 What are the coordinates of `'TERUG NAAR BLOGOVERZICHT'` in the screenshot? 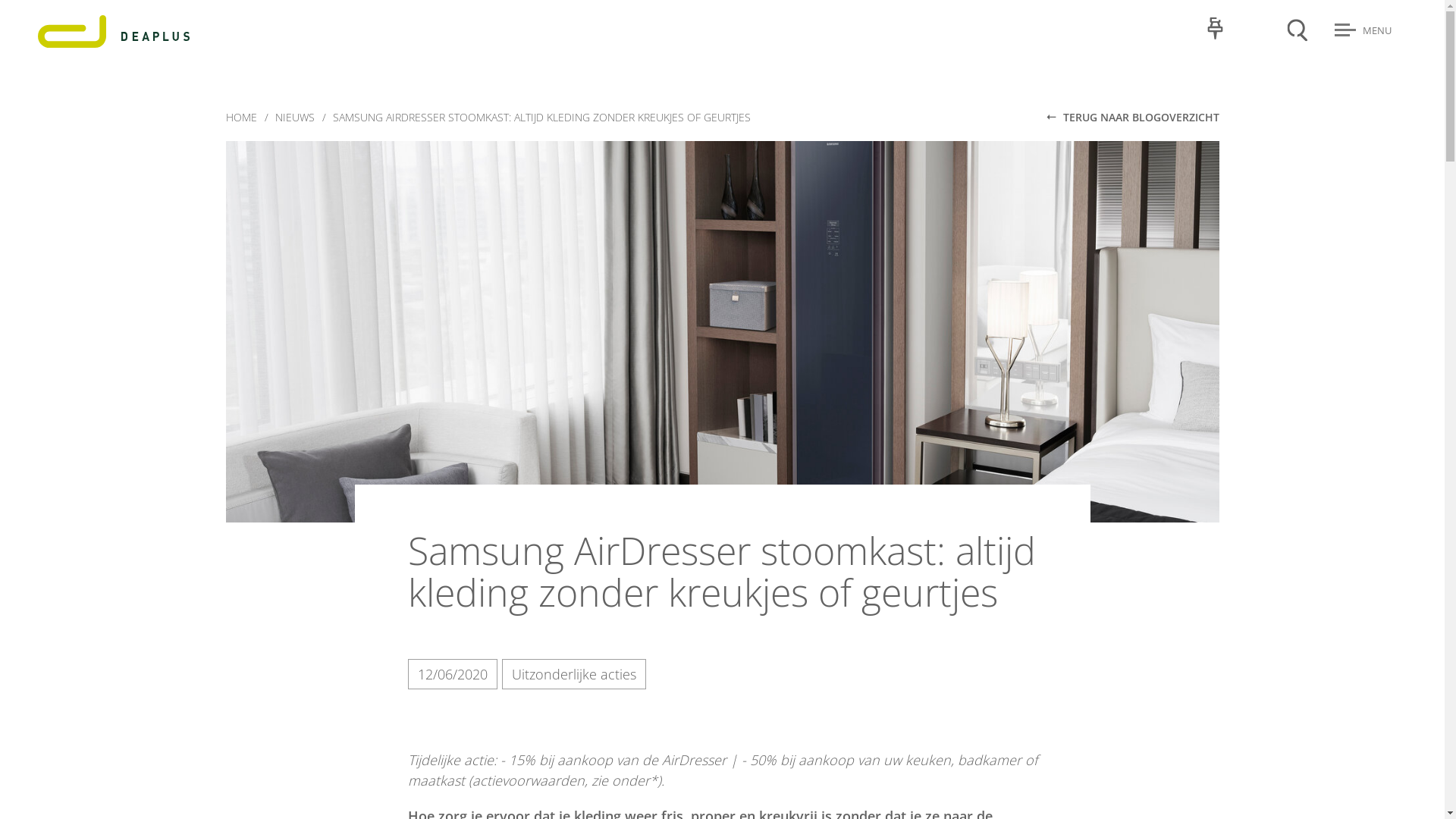 It's located at (1134, 116).